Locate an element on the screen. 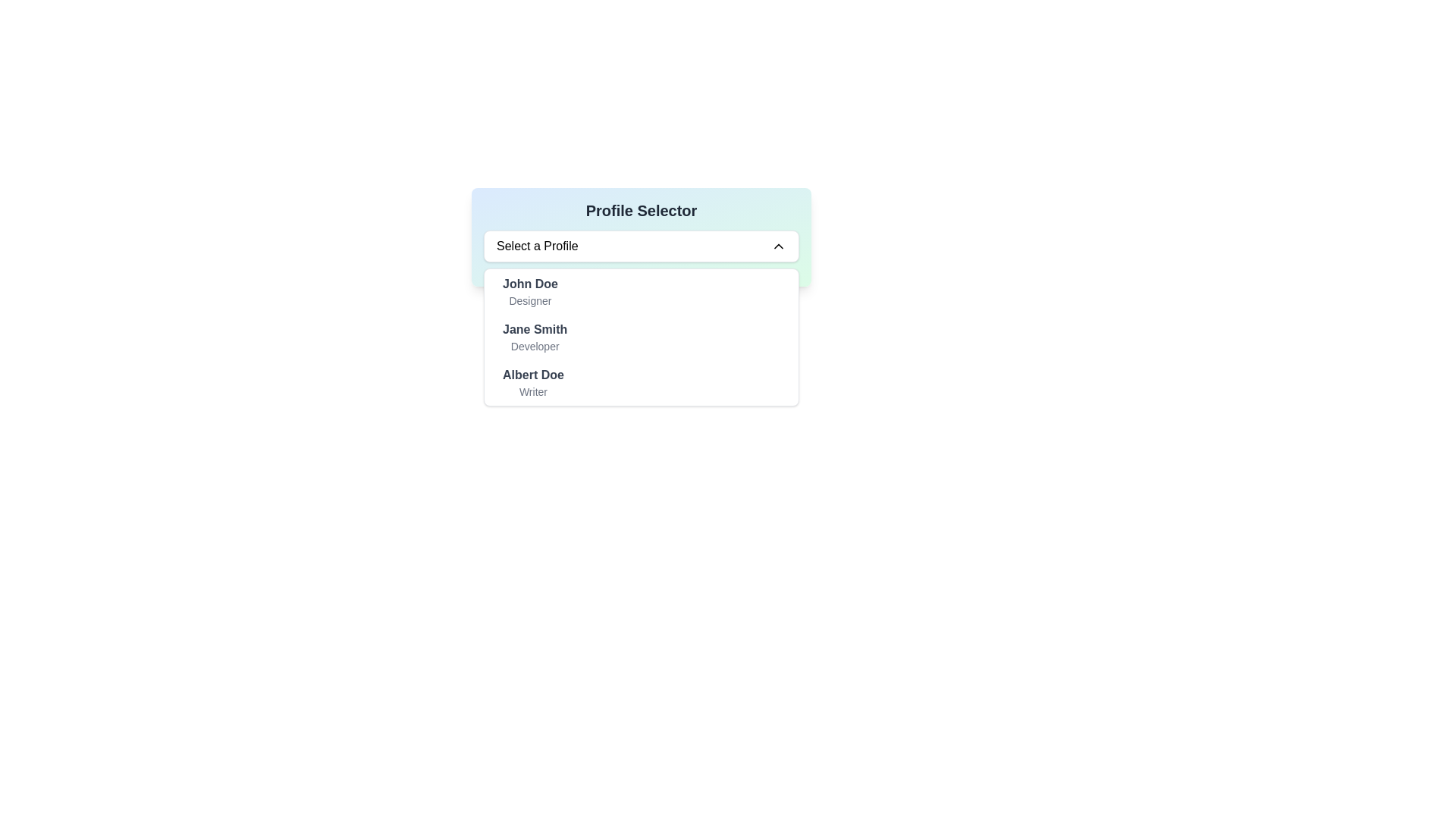 The height and width of the screenshot is (819, 1456). the 'Profile Selector' text label element, which is a bold and large font heading for the profile selection interface, centrally aligned above the 'Select a Profile' dropdown is located at coordinates (641, 210).